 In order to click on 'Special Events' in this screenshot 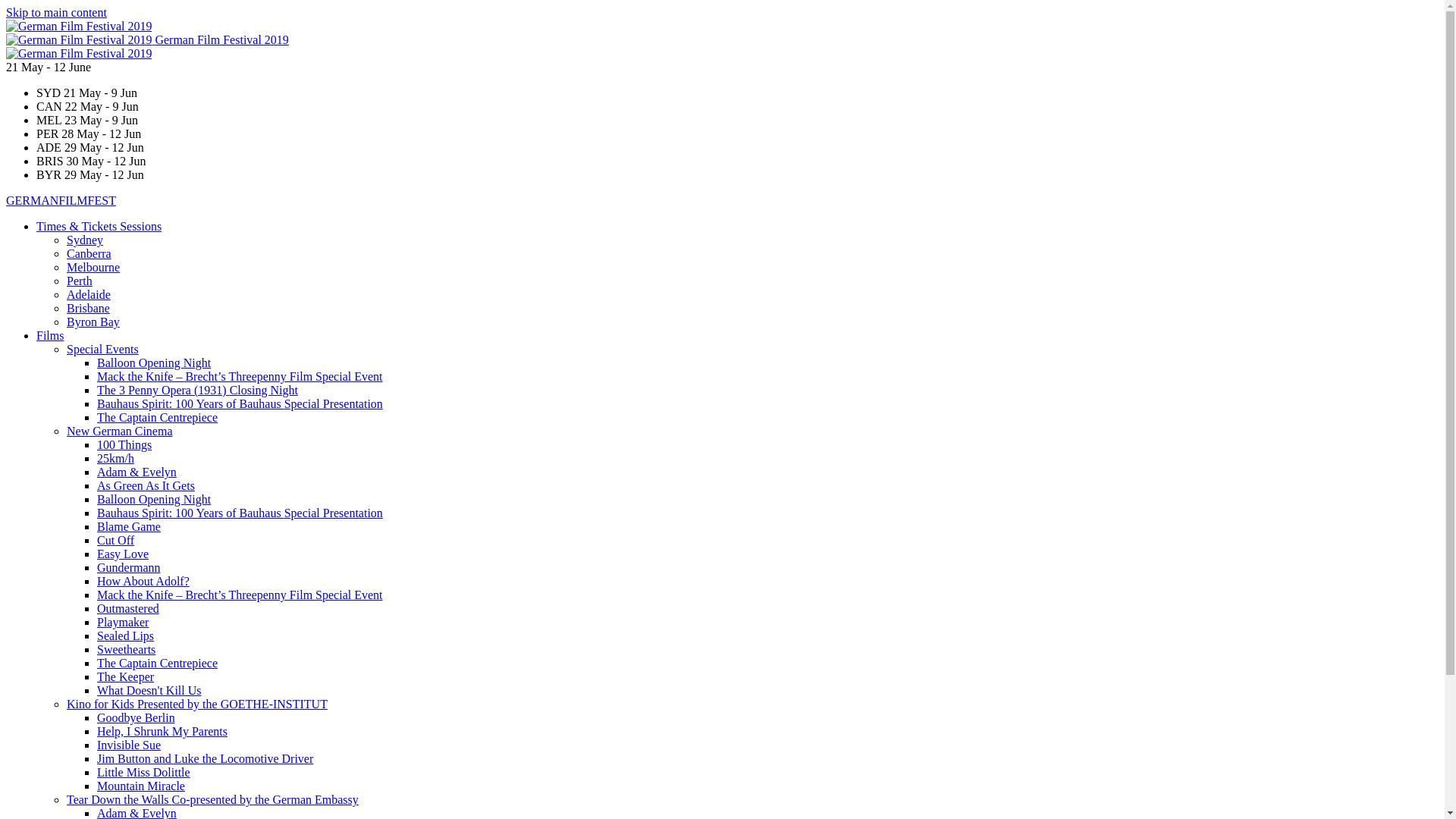, I will do `click(65, 349)`.